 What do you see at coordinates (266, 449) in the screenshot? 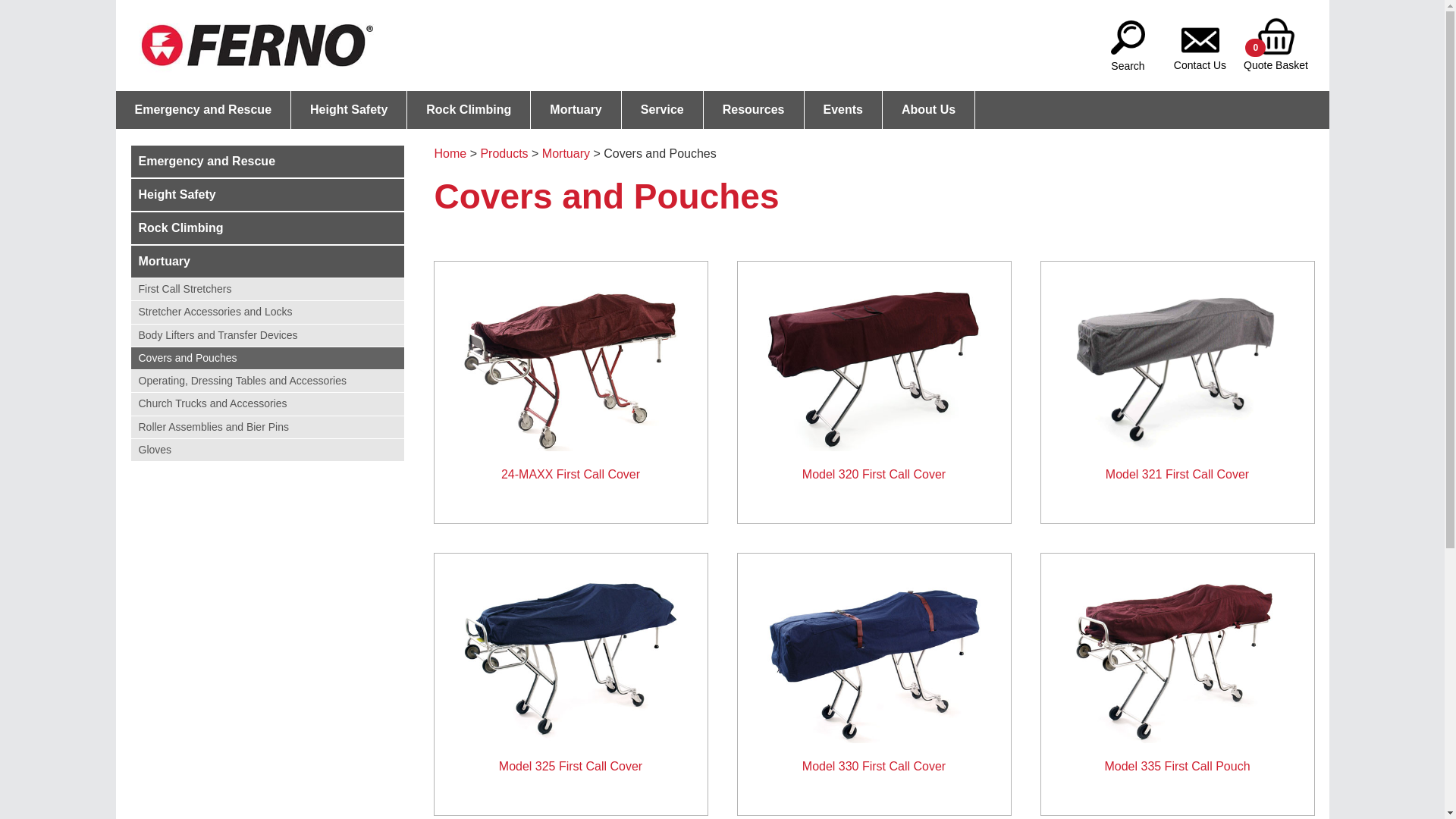
I see `'Gloves'` at bounding box center [266, 449].